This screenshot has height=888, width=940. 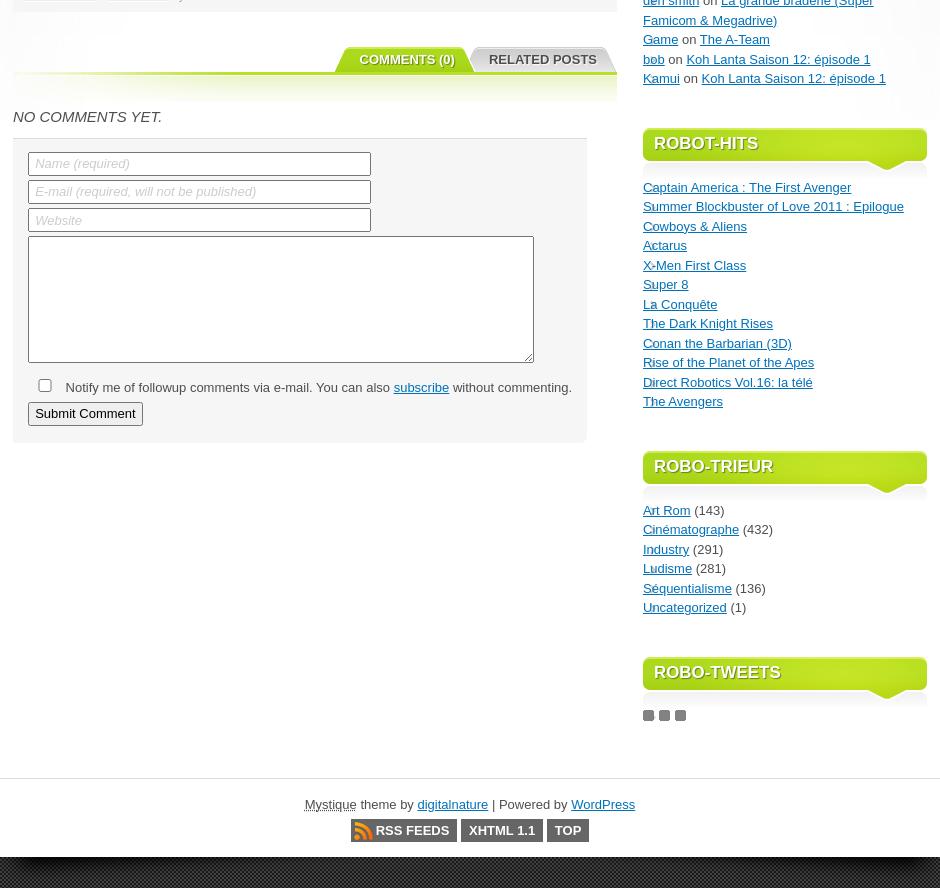 What do you see at coordinates (665, 547) in the screenshot?
I see `'Industry'` at bounding box center [665, 547].